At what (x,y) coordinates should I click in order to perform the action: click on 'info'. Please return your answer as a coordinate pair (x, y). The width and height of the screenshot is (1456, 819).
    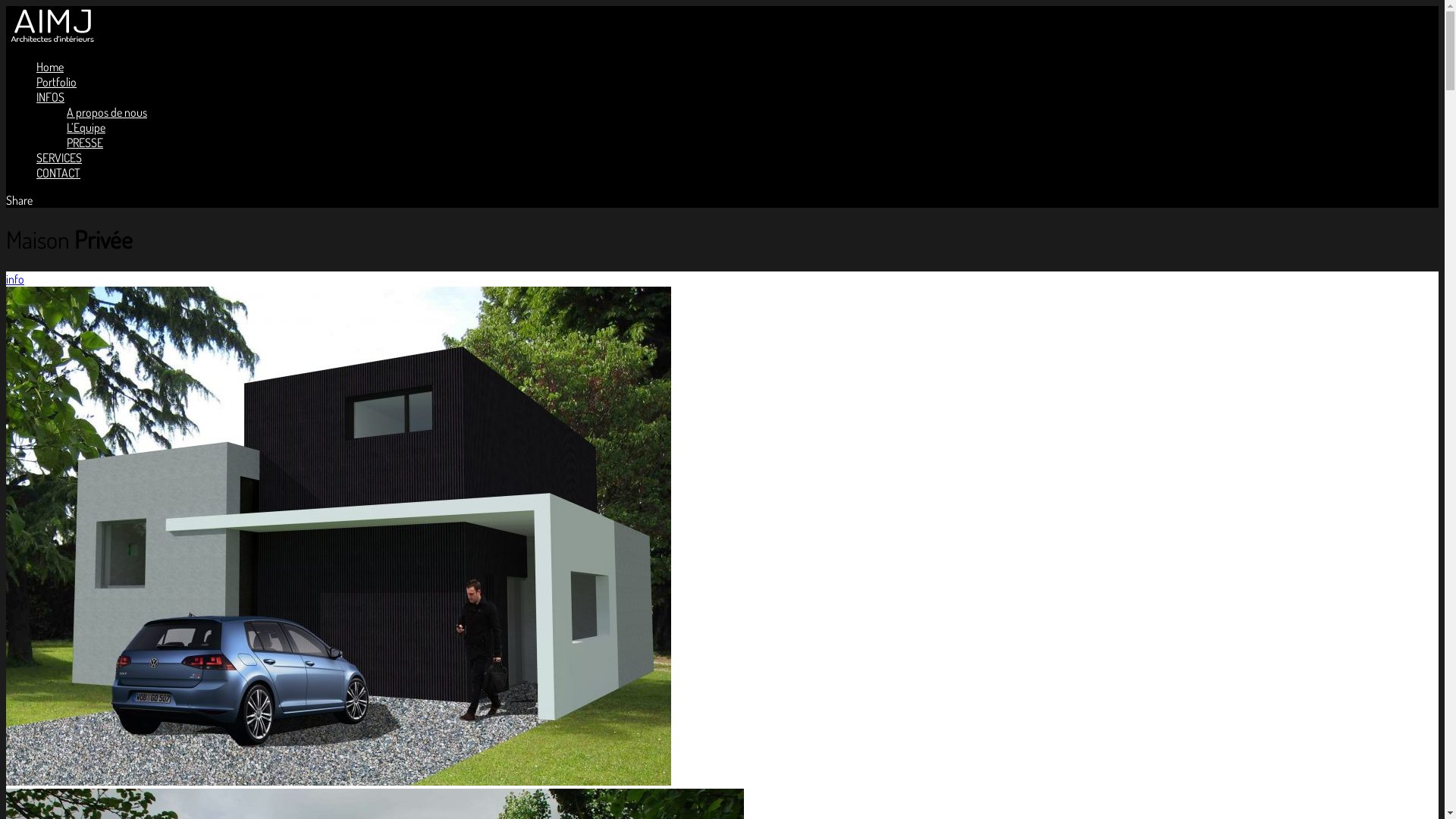
    Looking at the image, I should click on (14, 278).